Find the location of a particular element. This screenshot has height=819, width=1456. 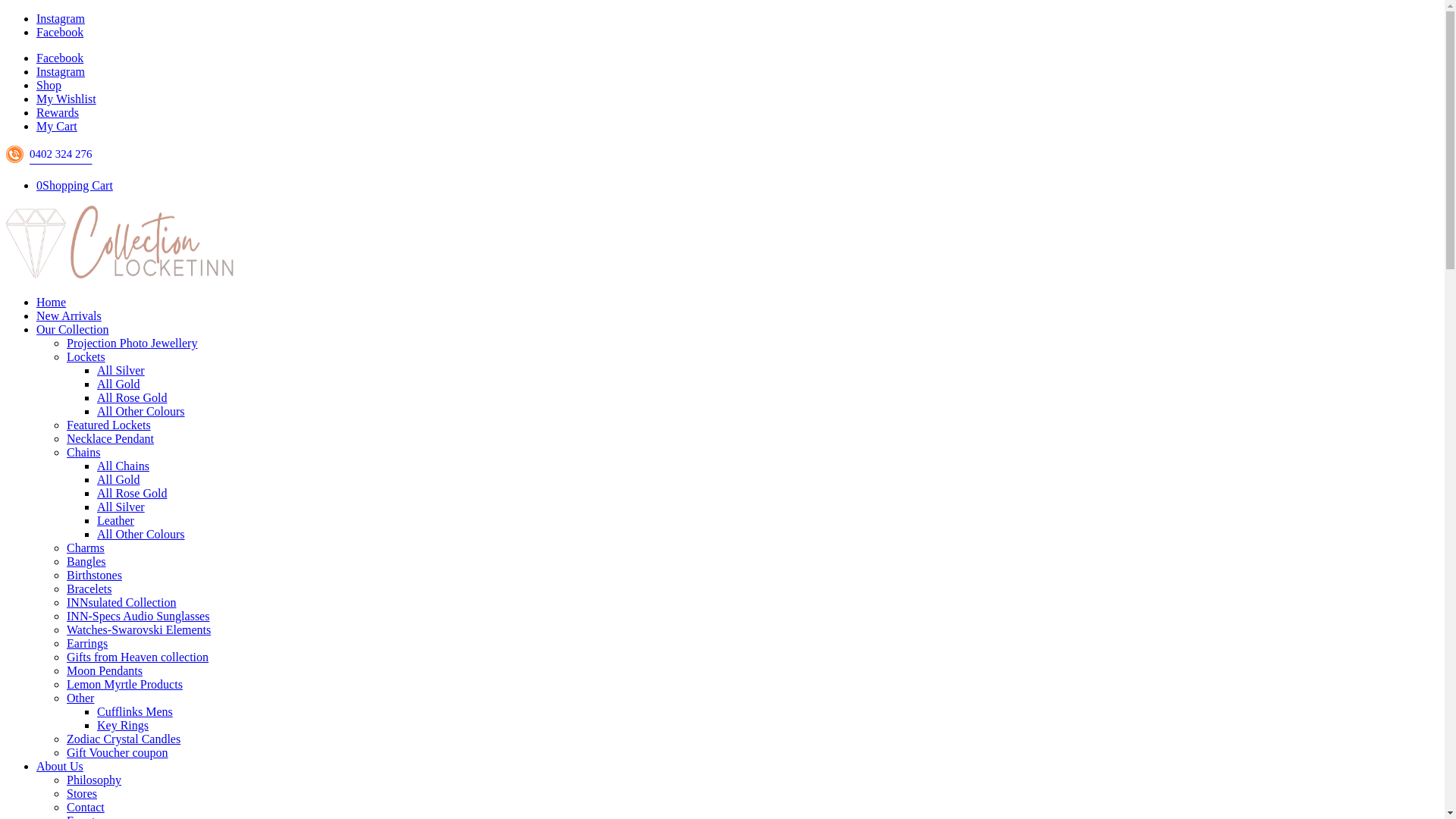

'Instagram' is located at coordinates (61, 71).